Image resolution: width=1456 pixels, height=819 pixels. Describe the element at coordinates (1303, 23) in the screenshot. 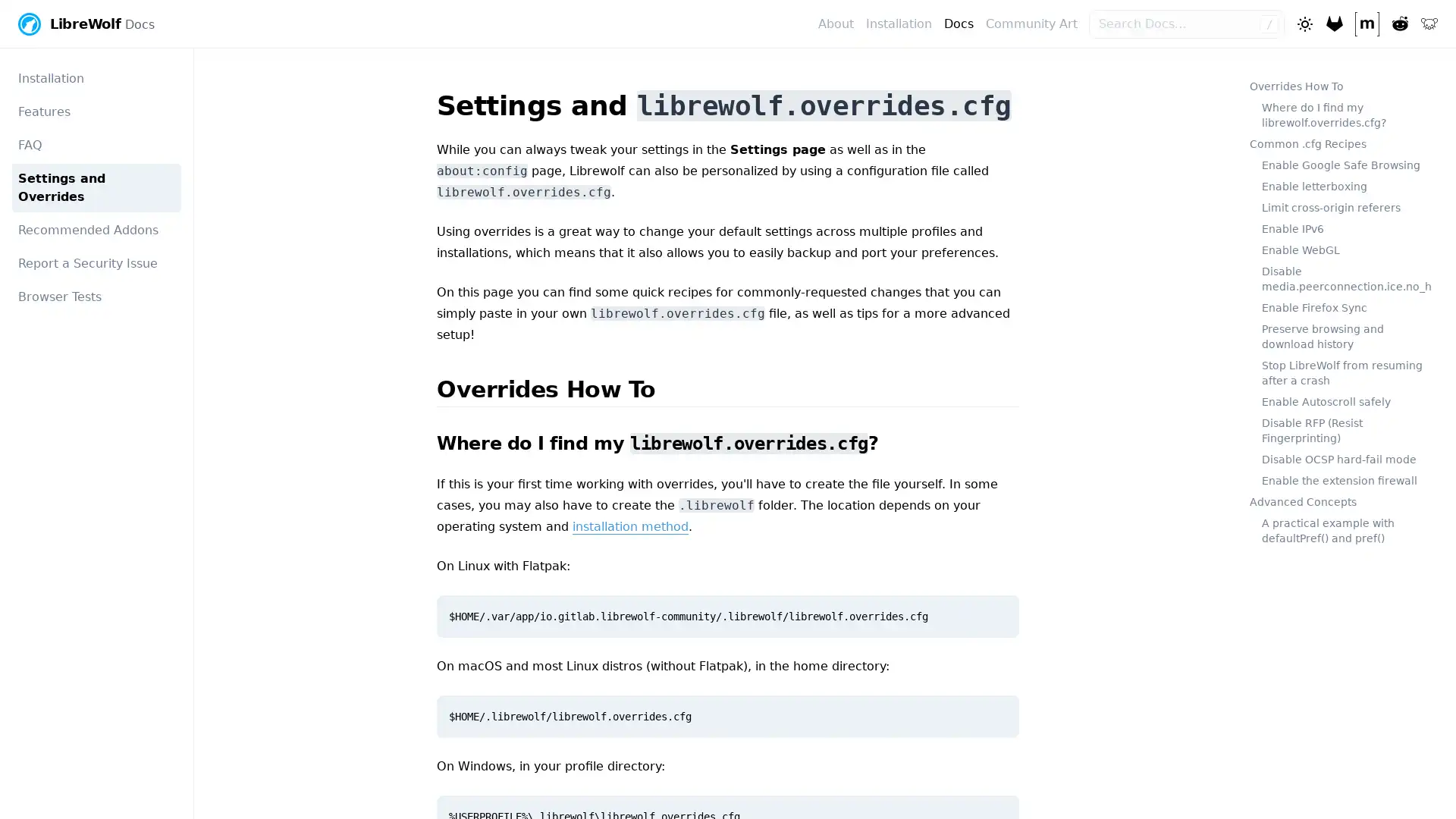

I see `Toggle theme` at that location.